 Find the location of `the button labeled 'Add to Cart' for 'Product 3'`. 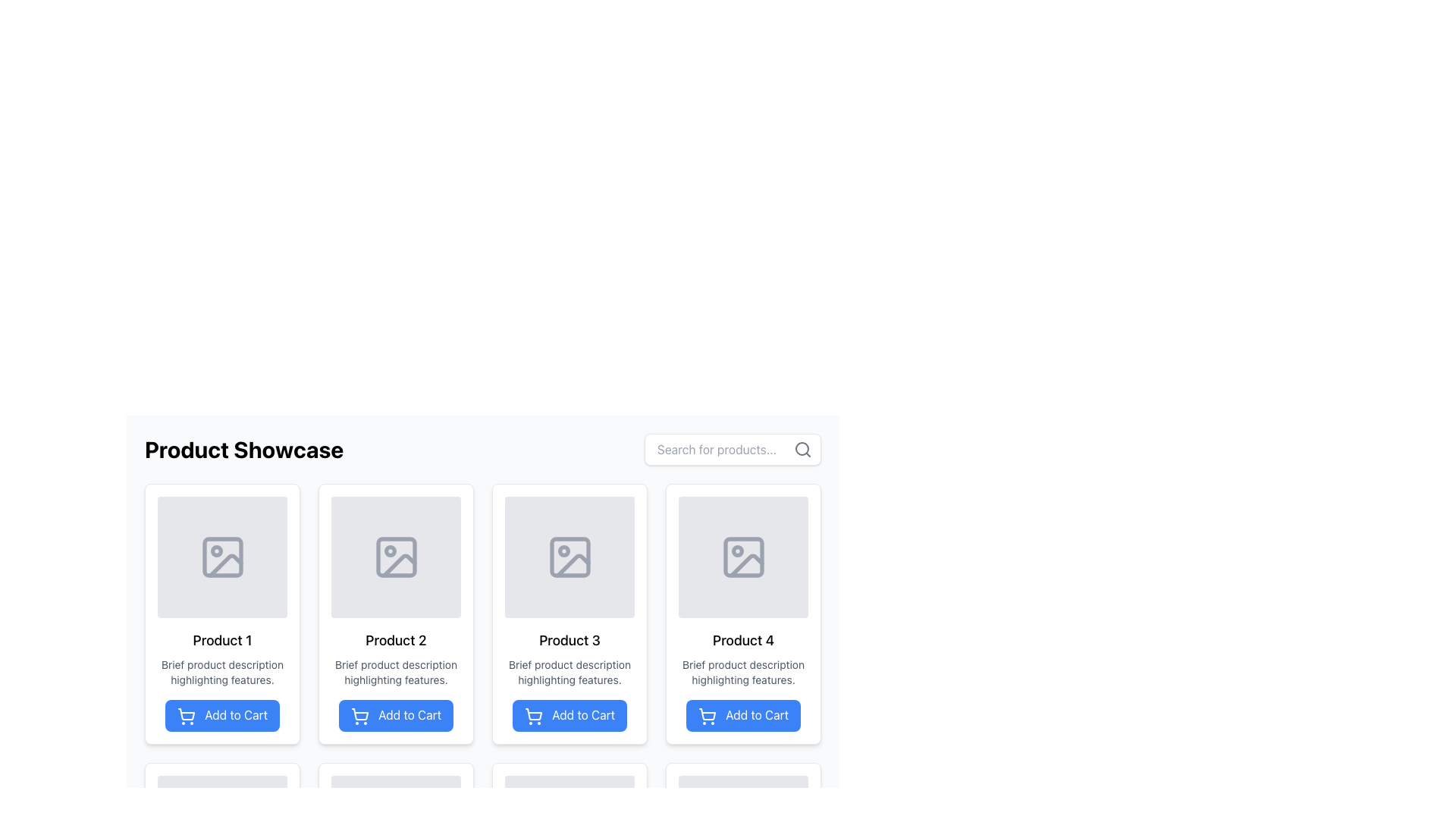

the button labeled 'Add to Cart' for 'Product 3' is located at coordinates (569, 715).